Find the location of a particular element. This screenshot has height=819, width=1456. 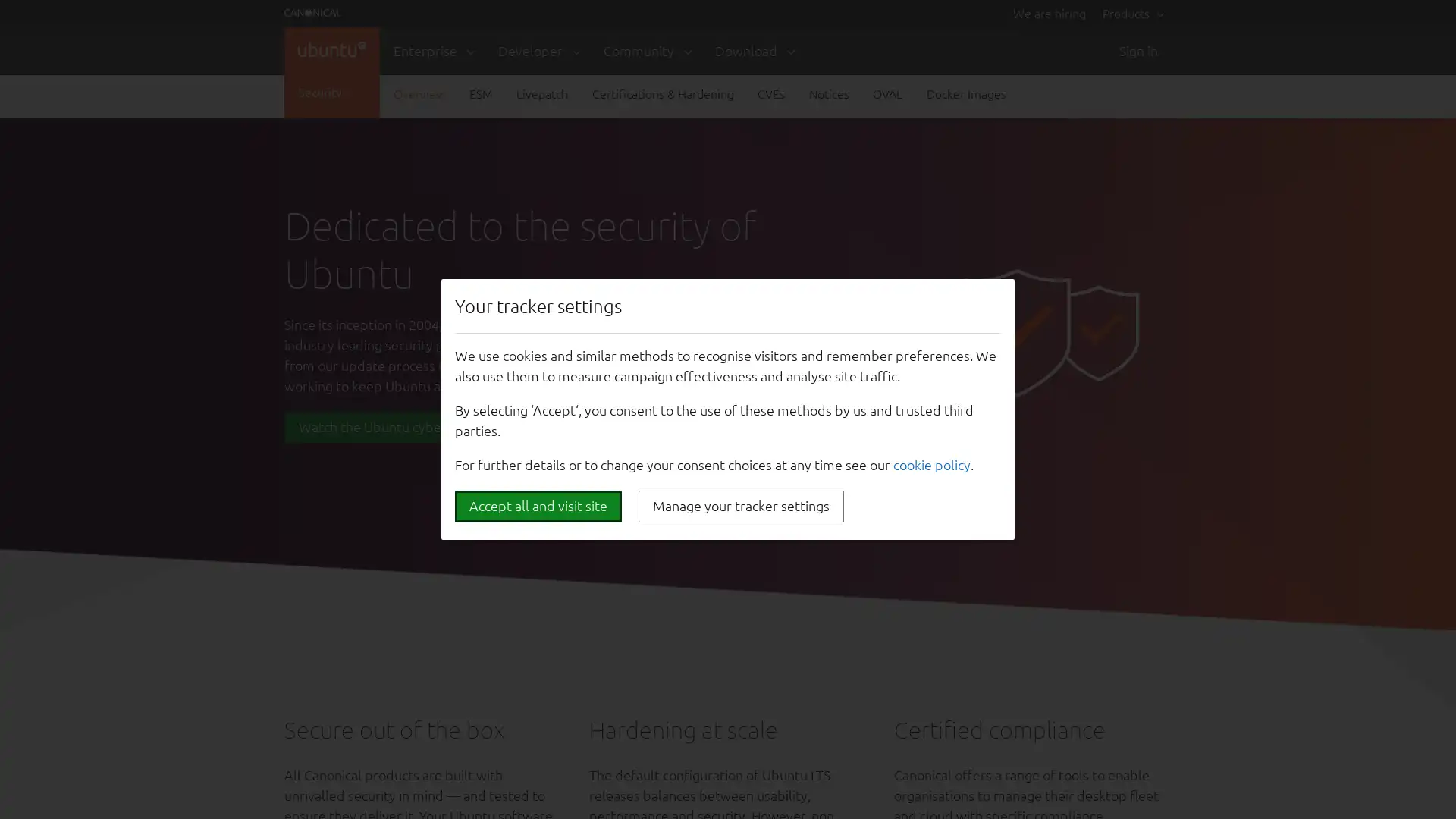

Accept all and visit site is located at coordinates (538, 506).